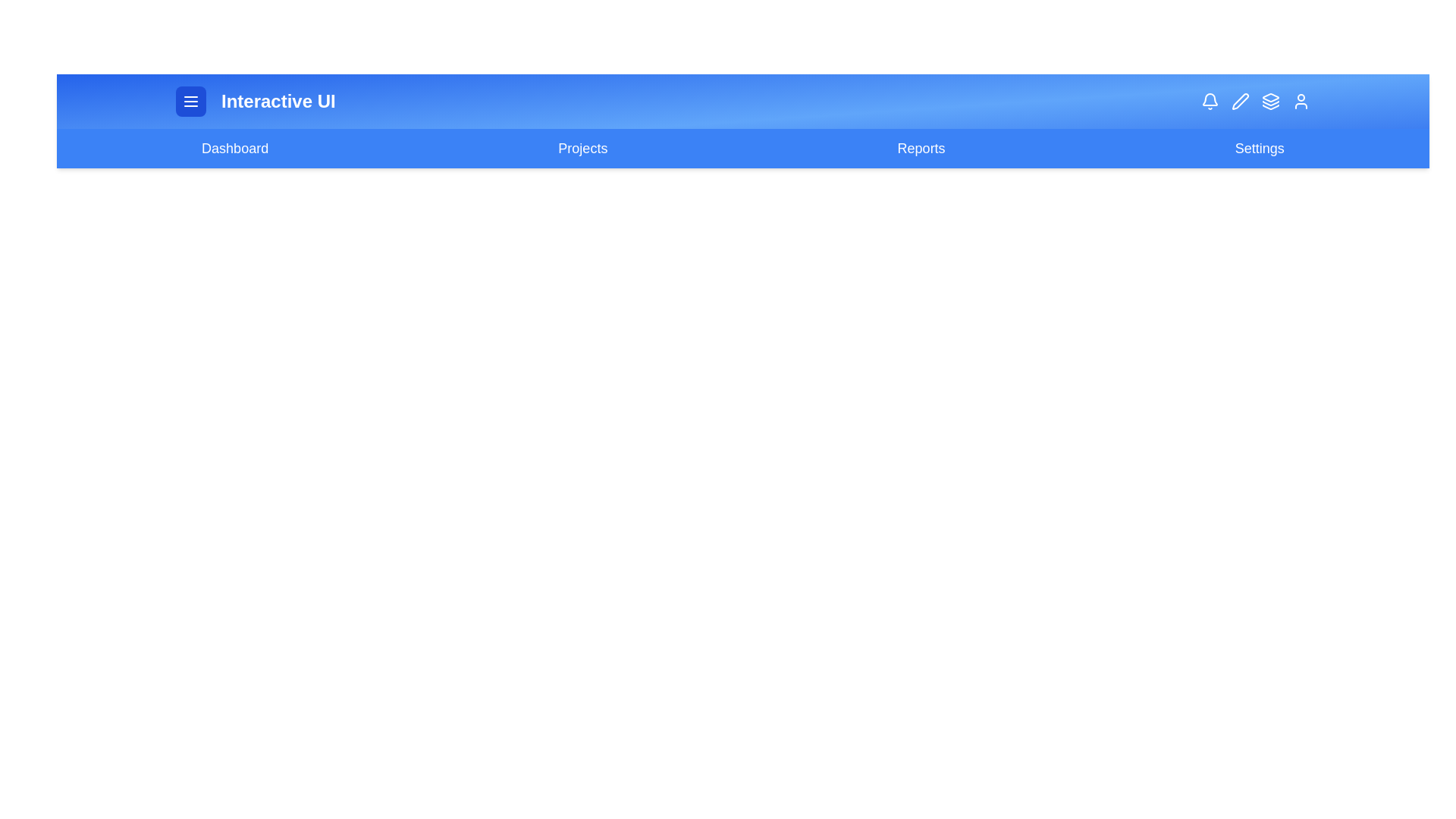 This screenshot has width=1456, height=819. What do you see at coordinates (190, 102) in the screenshot?
I see `the menu button to toggle the visibility of the menu` at bounding box center [190, 102].